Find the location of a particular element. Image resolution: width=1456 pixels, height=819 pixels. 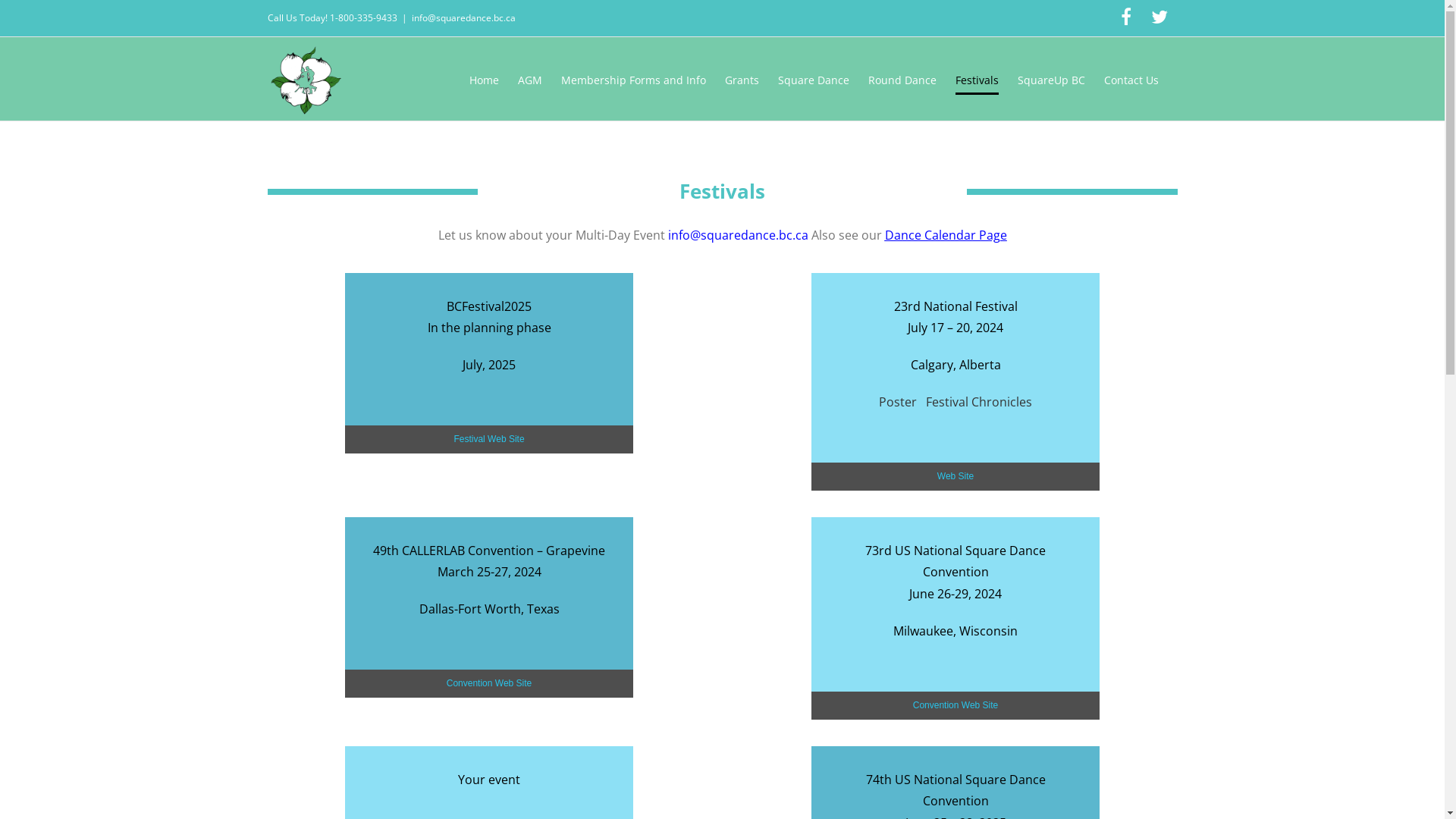

'Poster' is located at coordinates (898, 400).